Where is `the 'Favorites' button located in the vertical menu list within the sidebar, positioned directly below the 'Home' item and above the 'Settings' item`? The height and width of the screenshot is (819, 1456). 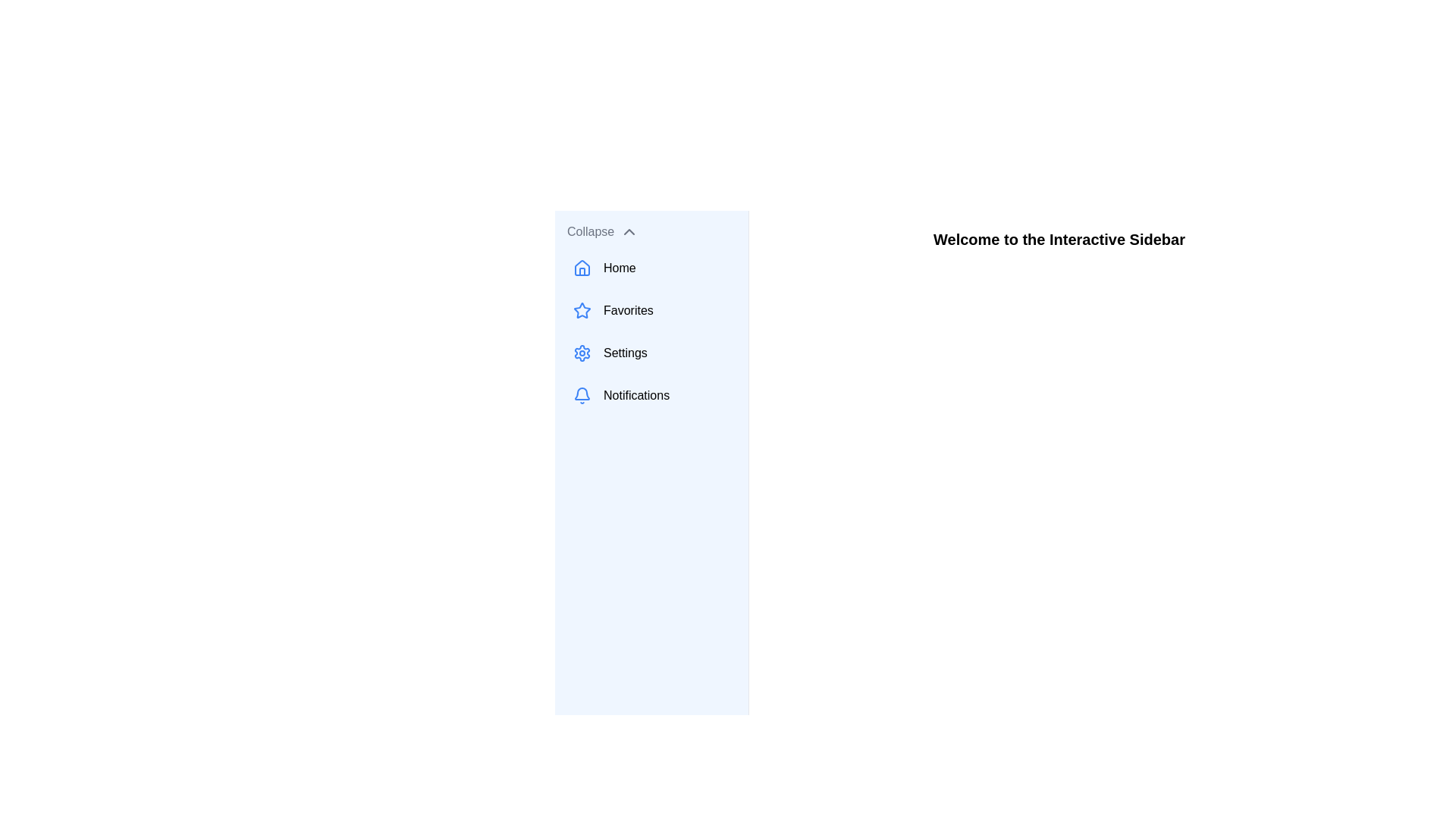 the 'Favorites' button located in the vertical menu list within the sidebar, positioned directly below the 'Home' item and above the 'Settings' item is located at coordinates (651, 309).